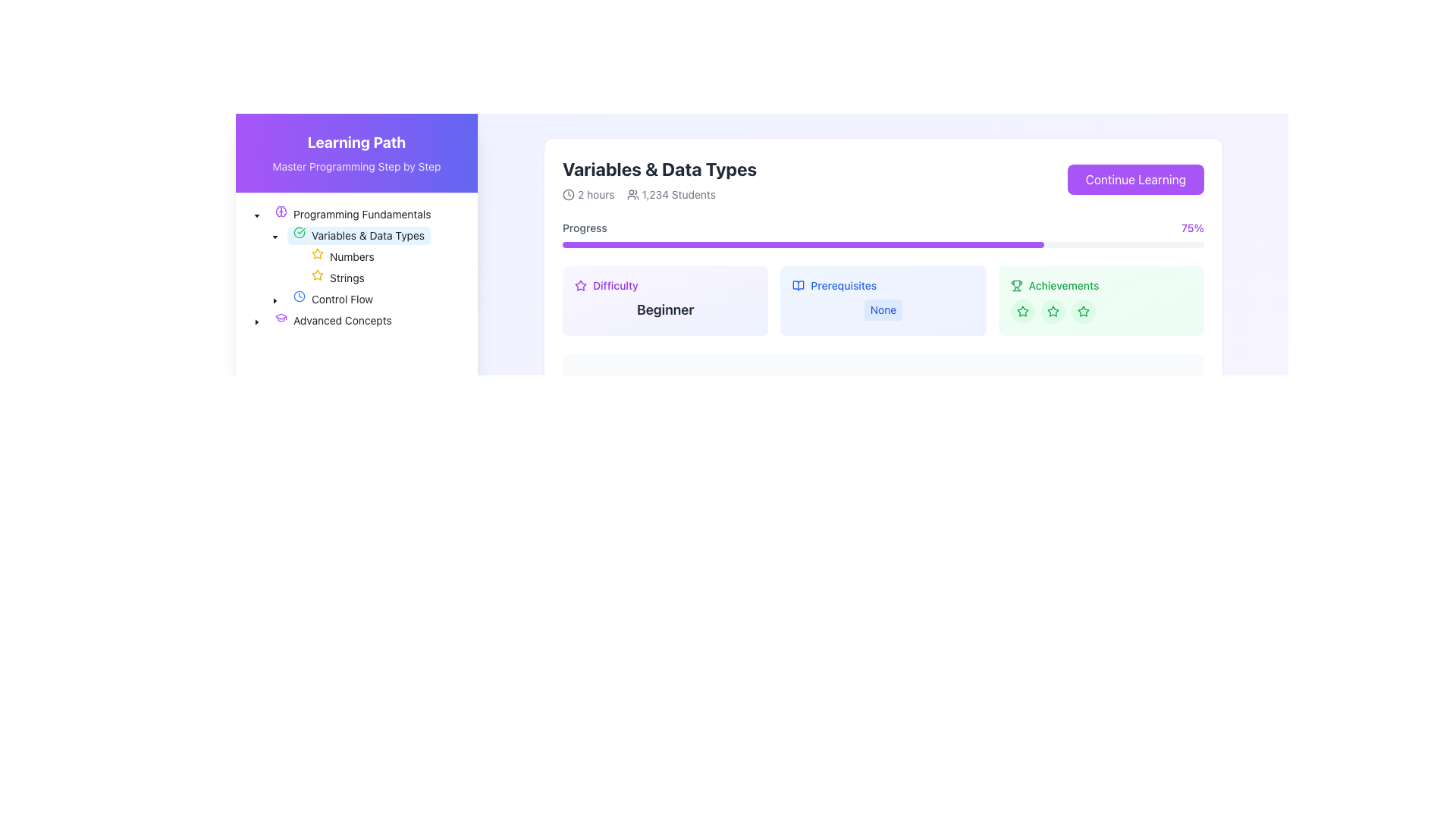 The width and height of the screenshot is (1456, 819). Describe the element at coordinates (588, 194) in the screenshot. I see `the Label with a clock icon that displays '2 hours', located in the upper-right portion of the interface, adjacent to '1,234 Students' under the 'Variables & Data Types' section` at that location.